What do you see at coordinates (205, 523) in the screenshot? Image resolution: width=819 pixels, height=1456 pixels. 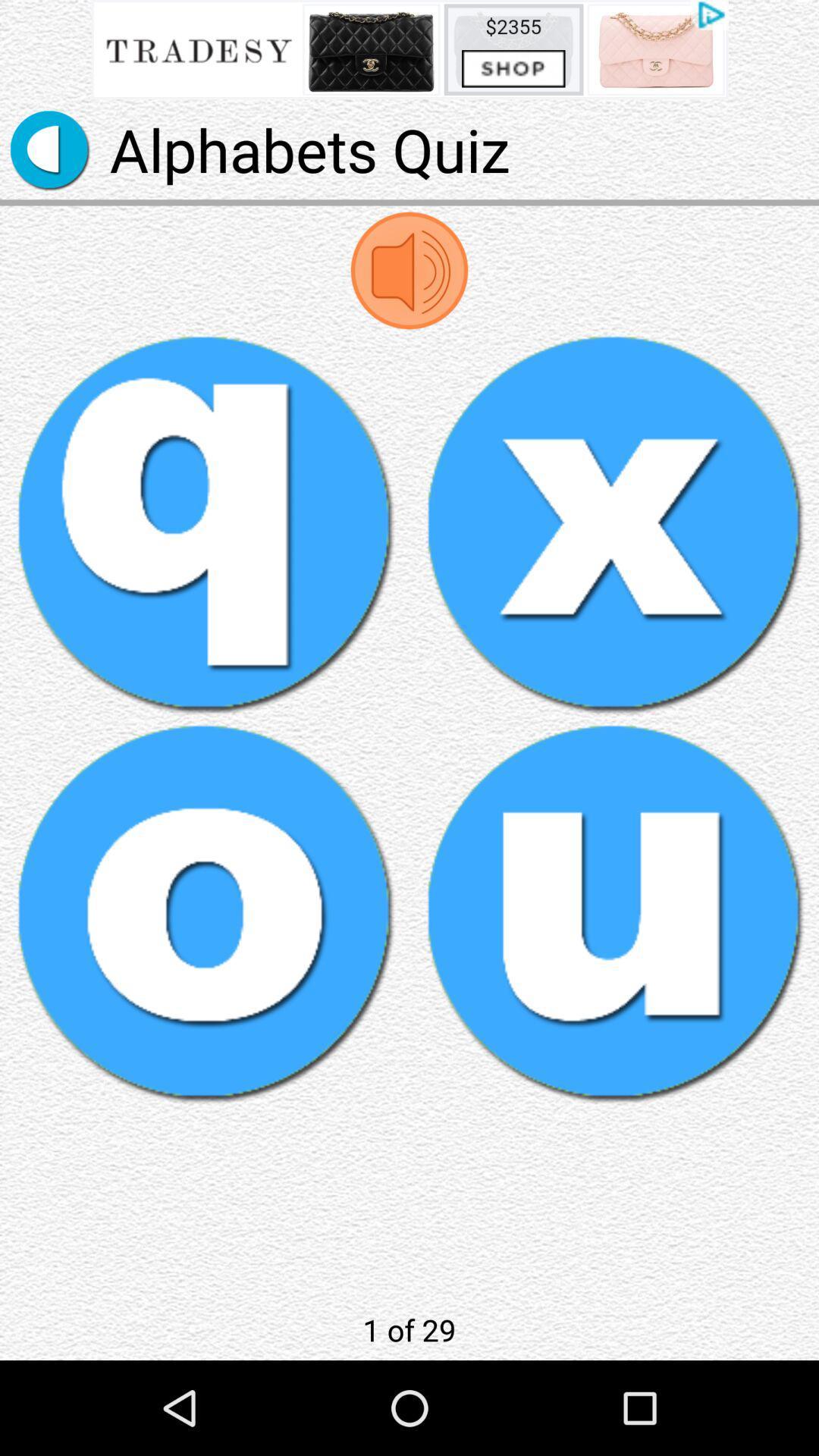 I see `alphabets quiz with q` at bounding box center [205, 523].